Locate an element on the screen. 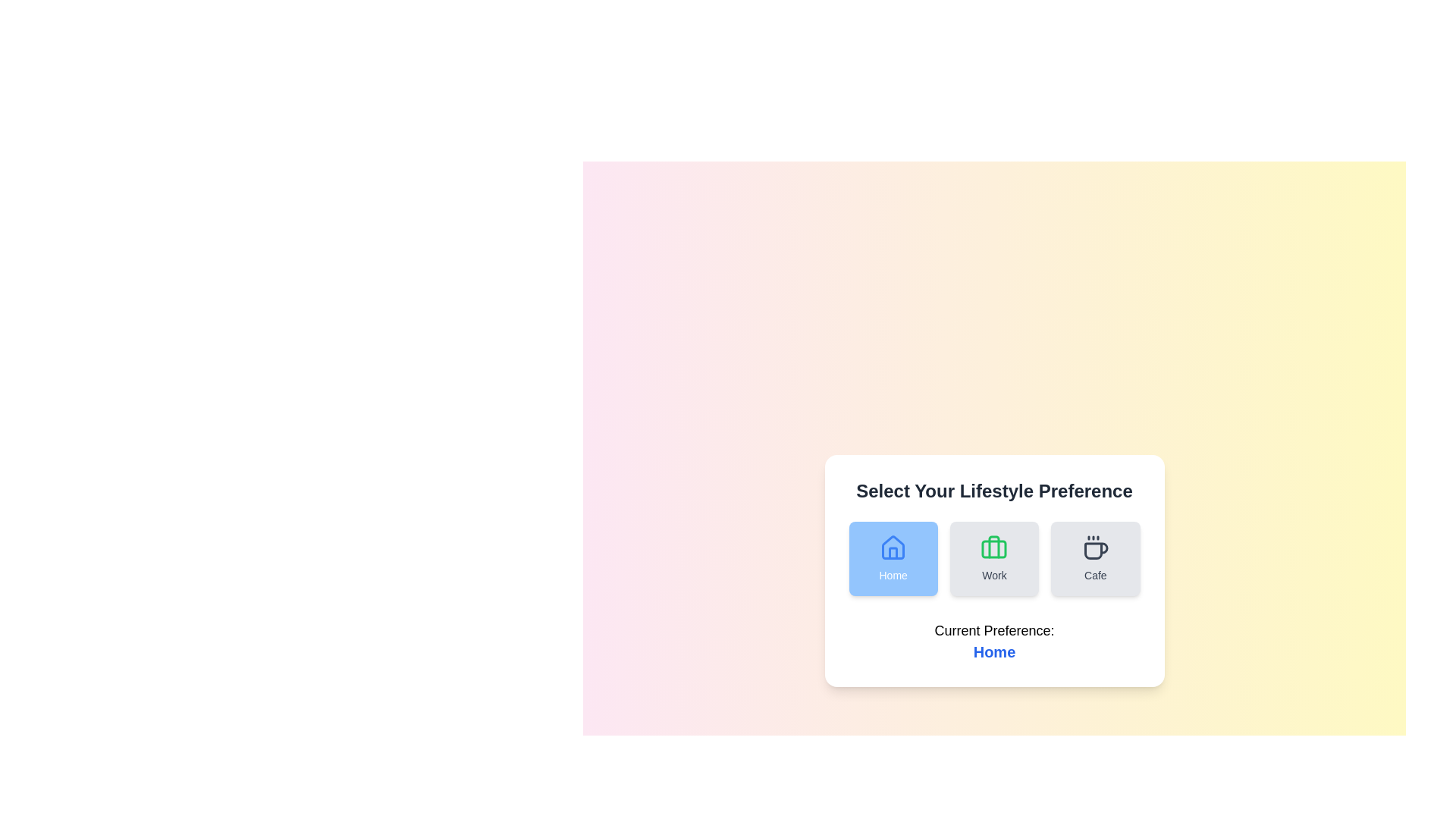 Image resolution: width=1456 pixels, height=819 pixels. the 'Home' button, which is a rectangular button with rounded corners, blue background, and white text, located under the title 'Select Your Lifestyle Preference' is located at coordinates (893, 558).